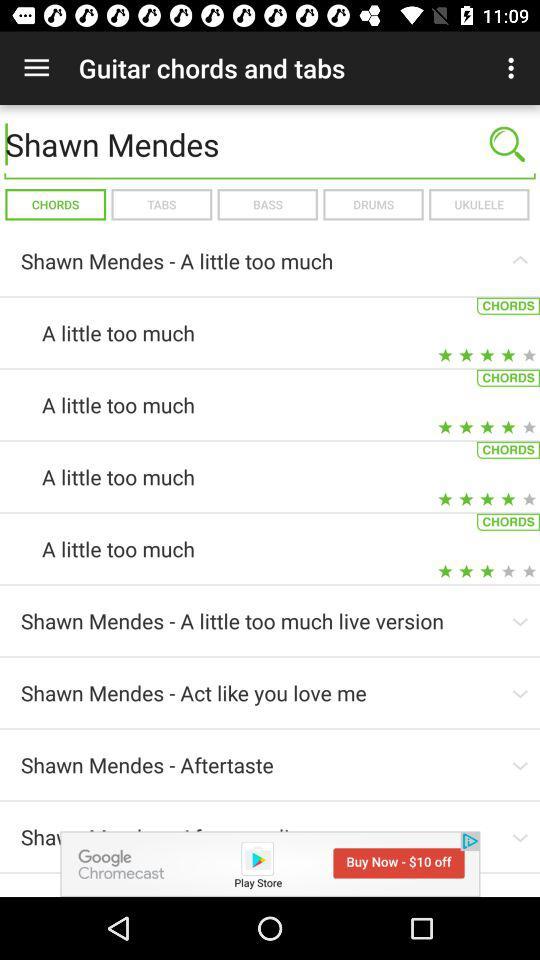 This screenshot has height=960, width=540. I want to click on drums icon, so click(373, 204).